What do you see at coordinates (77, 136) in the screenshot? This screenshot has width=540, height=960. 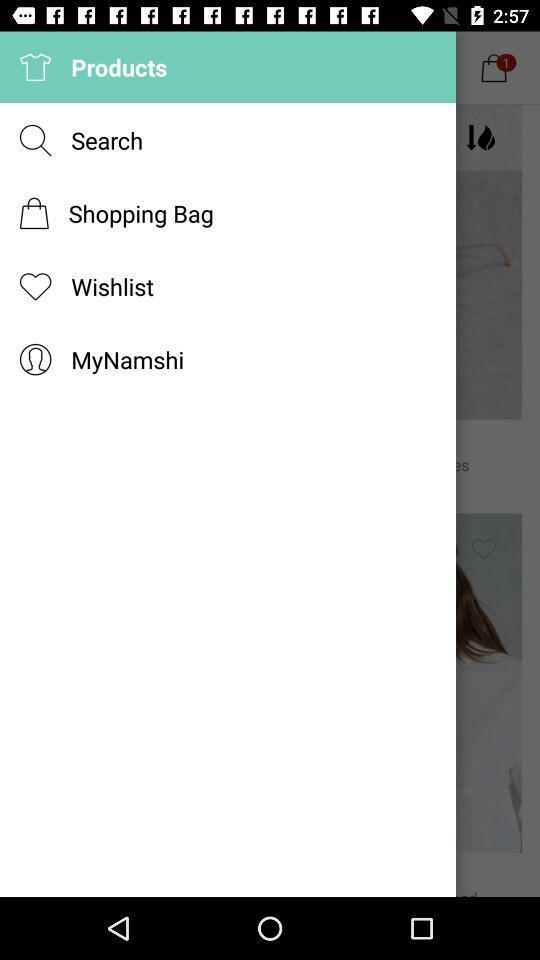 I see `the menu icon` at bounding box center [77, 136].